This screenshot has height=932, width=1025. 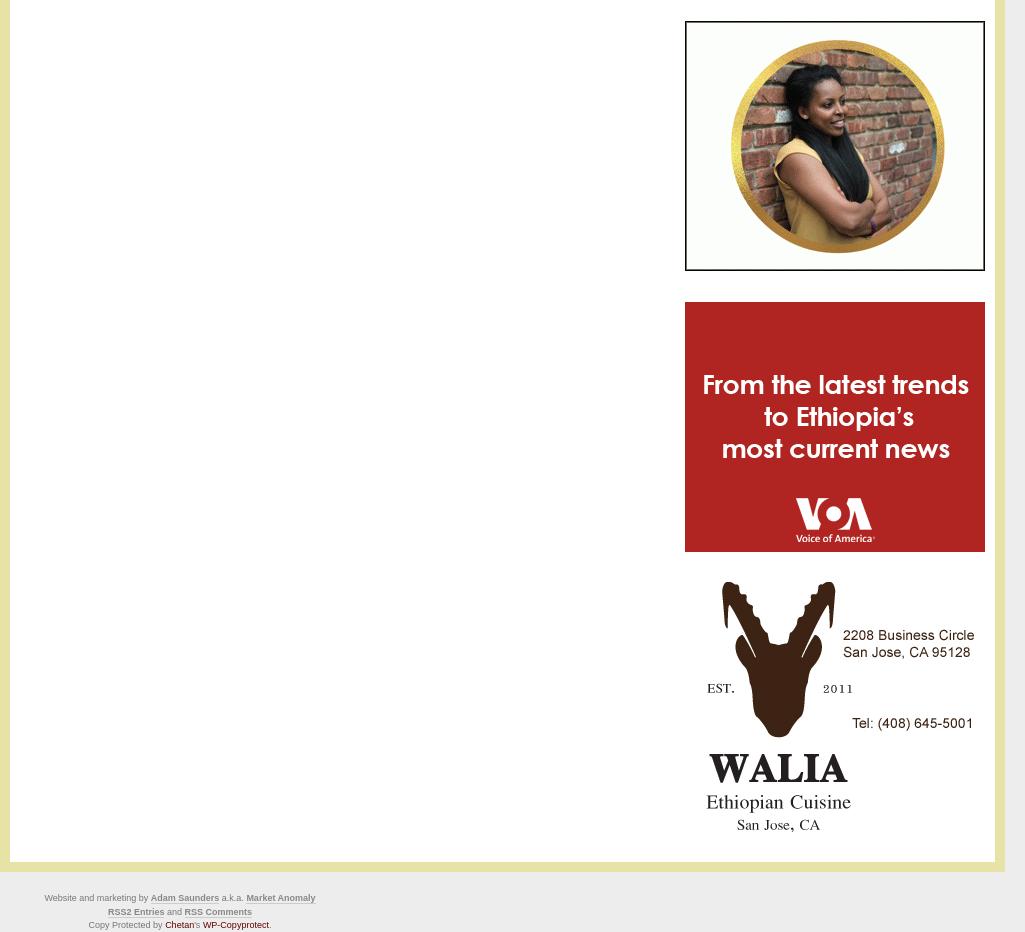 I want to click on '.', so click(x=268, y=925).